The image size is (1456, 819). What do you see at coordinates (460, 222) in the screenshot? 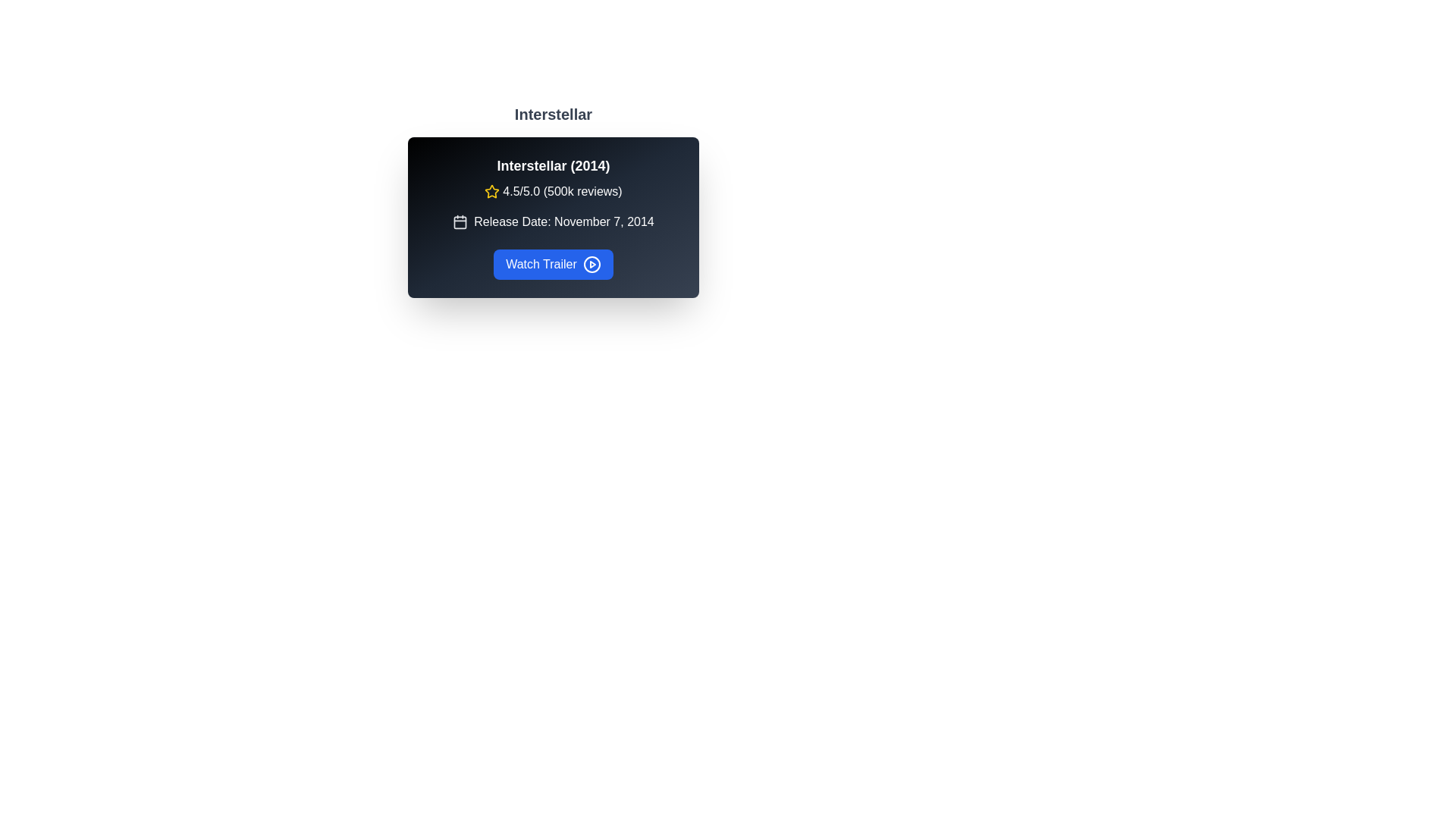
I see `the decorative background of the calendar icon, which is the main rectangular body located below the month indicators represented by two vertical lines` at bounding box center [460, 222].